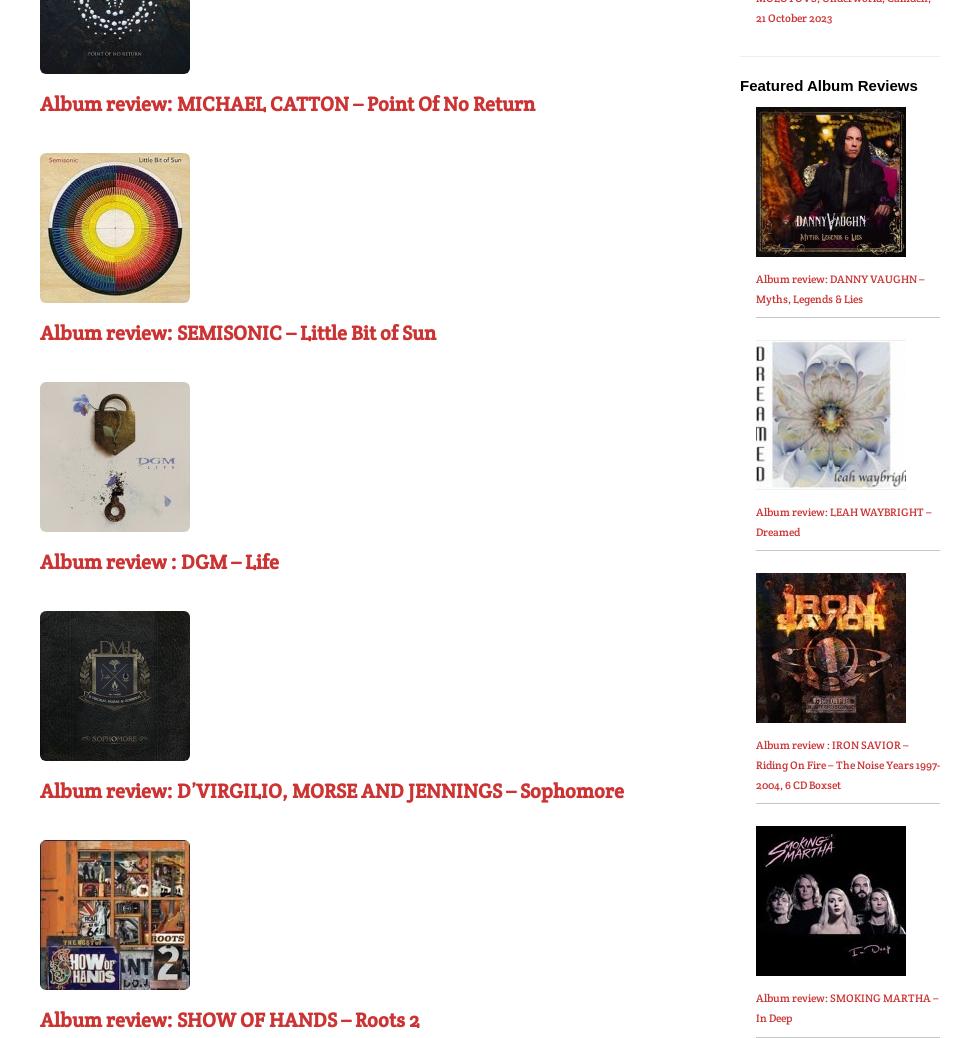 The image size is (980, 1038). I want to click on 'Album review: D’VIRGILIO, MORSE AND JENNINGS – Sophomore', so click(39, 790).